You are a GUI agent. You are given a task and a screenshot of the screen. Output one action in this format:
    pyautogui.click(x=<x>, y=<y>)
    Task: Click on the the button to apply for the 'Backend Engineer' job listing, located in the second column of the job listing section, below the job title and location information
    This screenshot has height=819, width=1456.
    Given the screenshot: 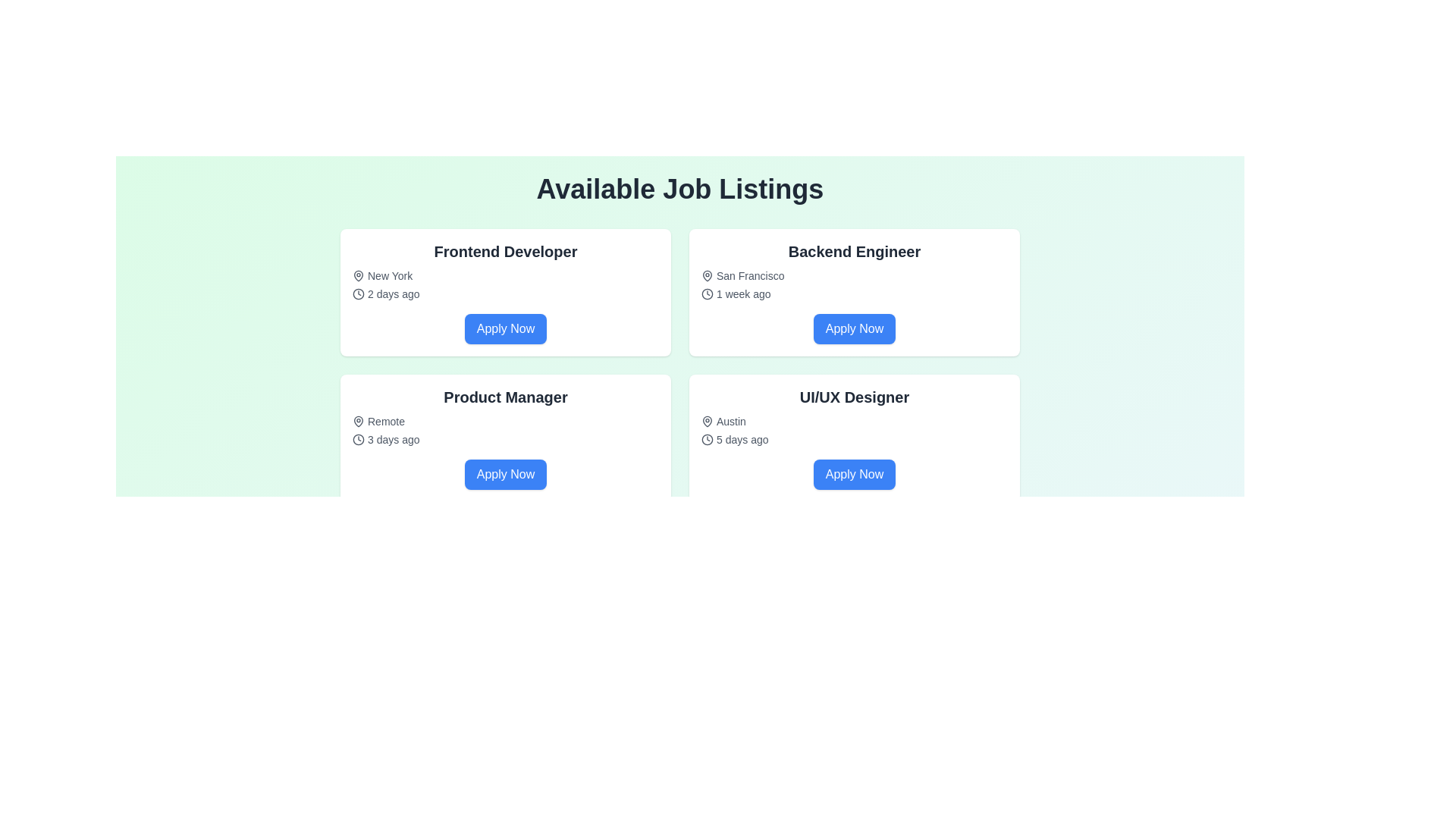 What is the action you would take?
    pyautogui.click(x=855, y=328)
    